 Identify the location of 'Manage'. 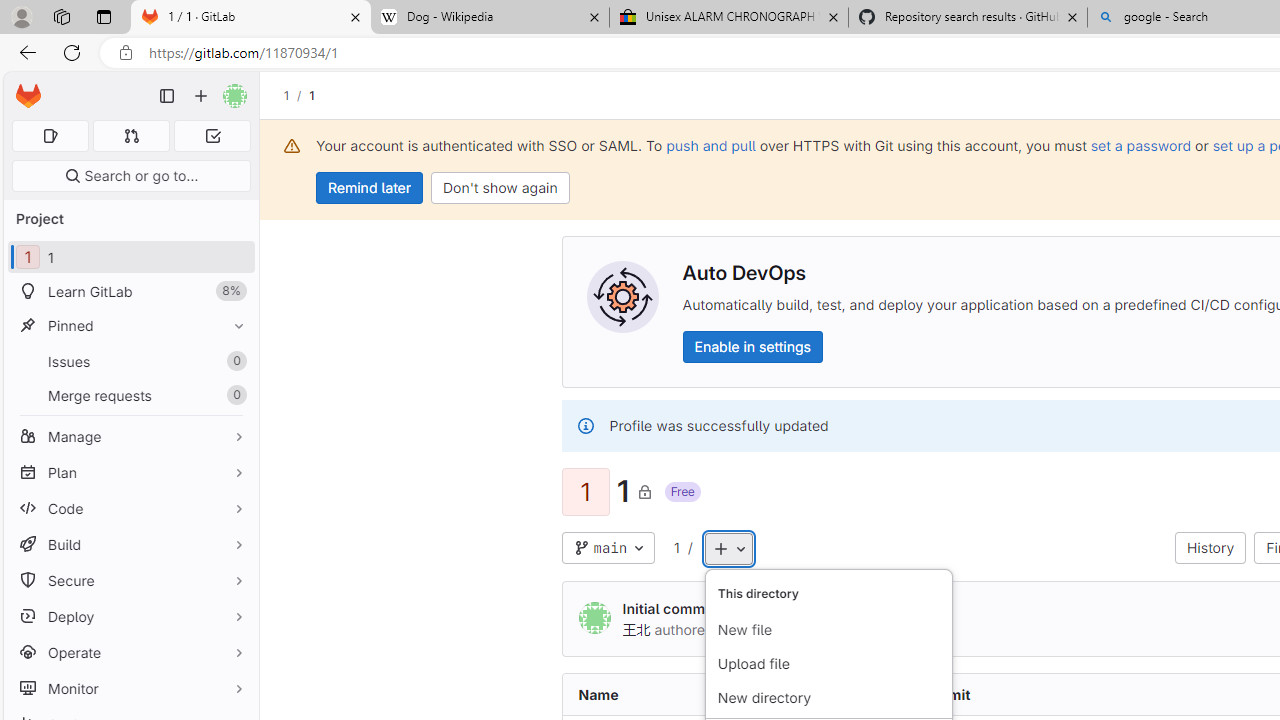
(130, 435).